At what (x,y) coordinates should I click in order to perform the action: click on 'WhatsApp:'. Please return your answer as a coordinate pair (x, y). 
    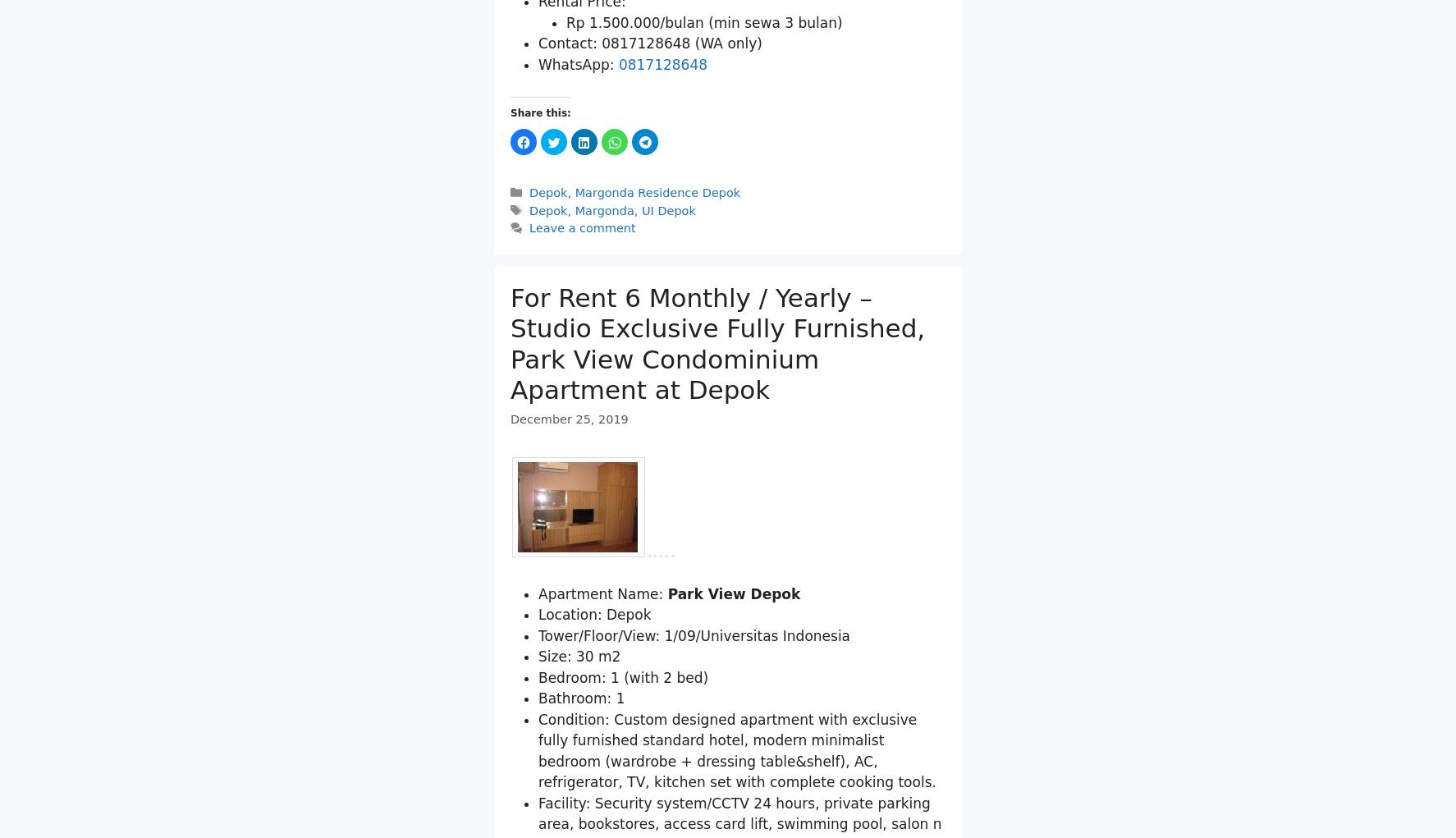
    Looking at the image, I should click on (578, 149).